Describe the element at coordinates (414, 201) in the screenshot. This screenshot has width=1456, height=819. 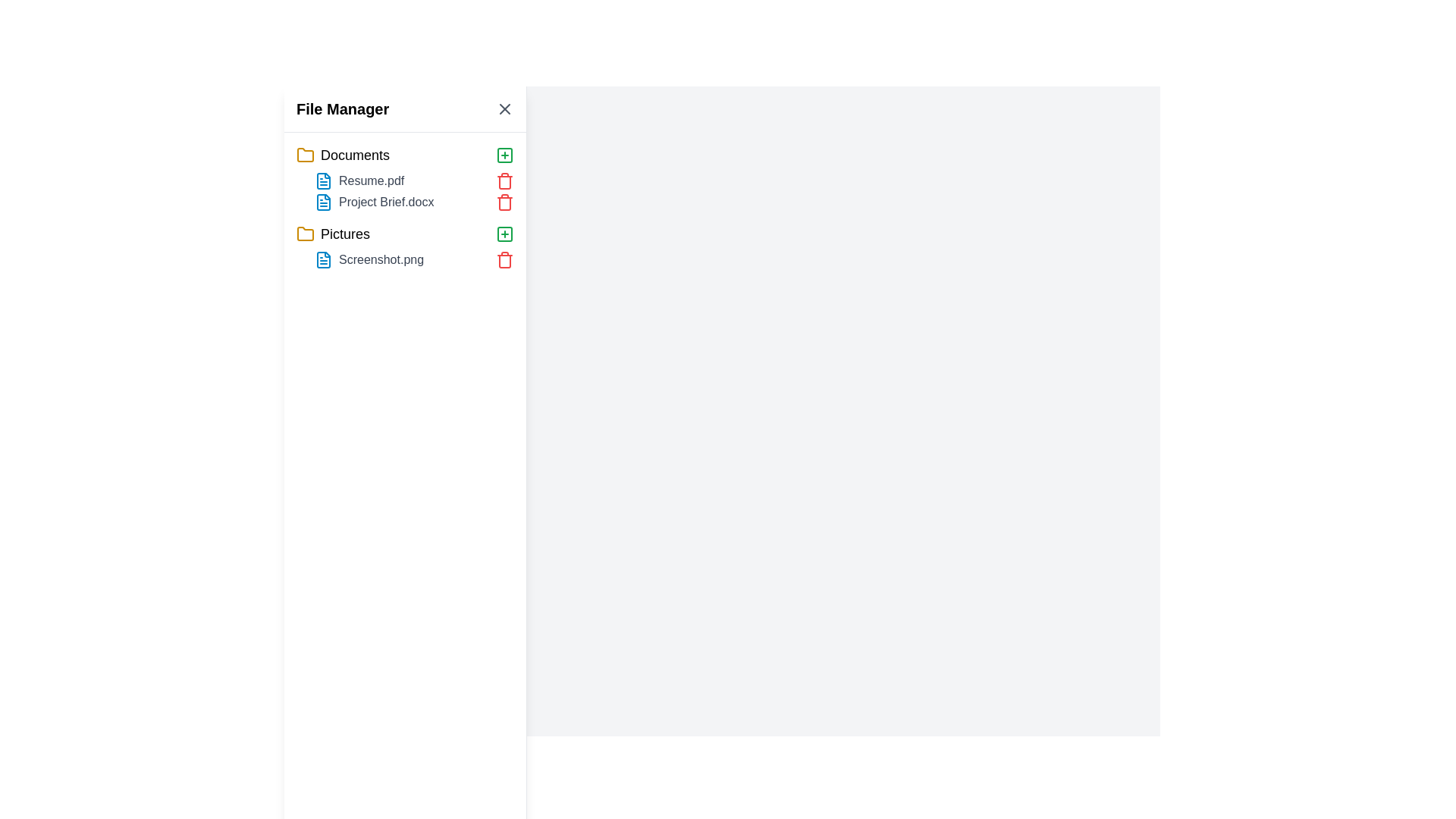
I see `the list item representing the file entry 'Project Brief.docx'` at that location.